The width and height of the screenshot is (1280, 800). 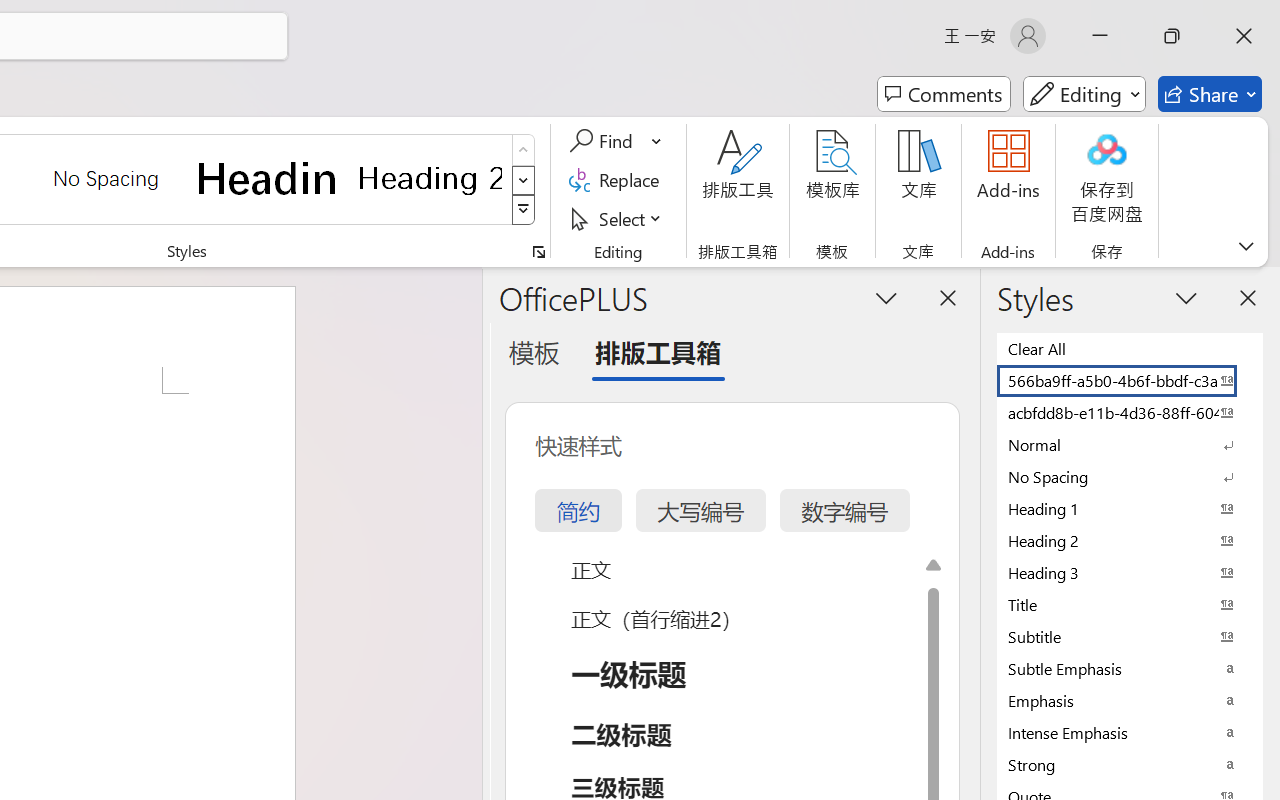 I want to click on 'Find', so click(x=603, y=141).